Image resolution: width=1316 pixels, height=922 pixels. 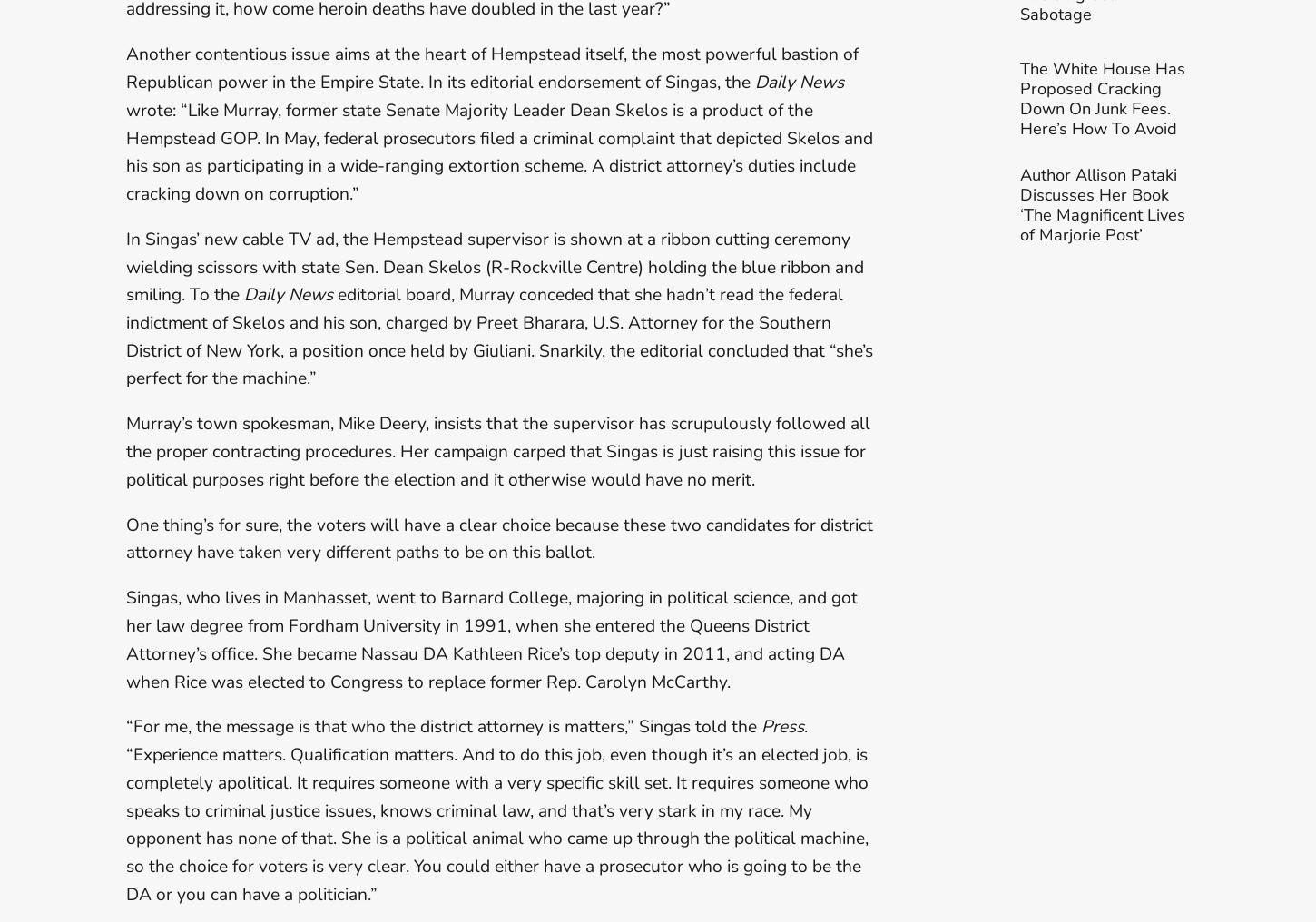 What do you see at coordinates (125, 538) in the screenshot?
I see `'One thing’s for sure, the voters will have a clear choice because these two candidates for district attorney have taken very different paths to be on this ballot.'` at bounding box center [125, 538].